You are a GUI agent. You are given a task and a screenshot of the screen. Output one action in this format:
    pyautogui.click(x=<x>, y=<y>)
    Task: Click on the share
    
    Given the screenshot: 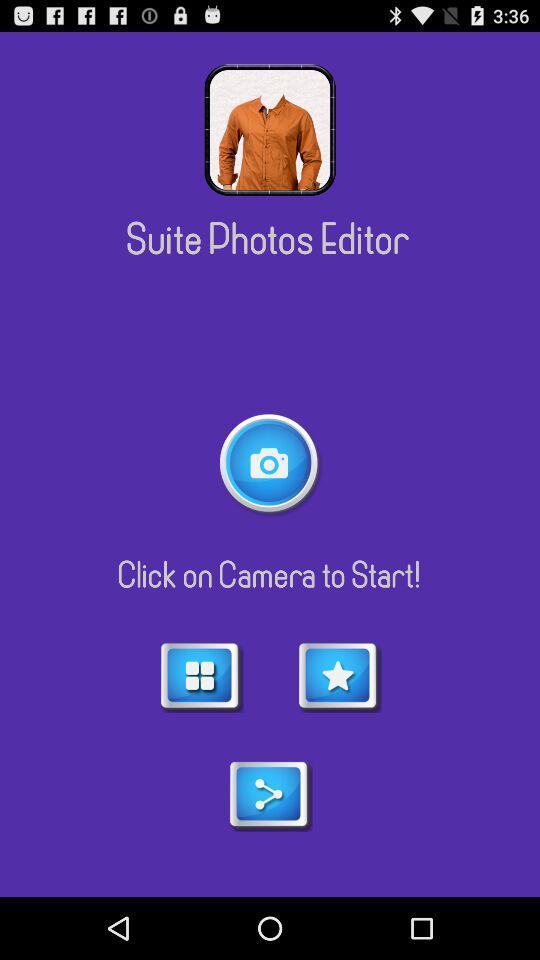 What is the action you would take?
    pyautogui.click(x=270, y=795)
    